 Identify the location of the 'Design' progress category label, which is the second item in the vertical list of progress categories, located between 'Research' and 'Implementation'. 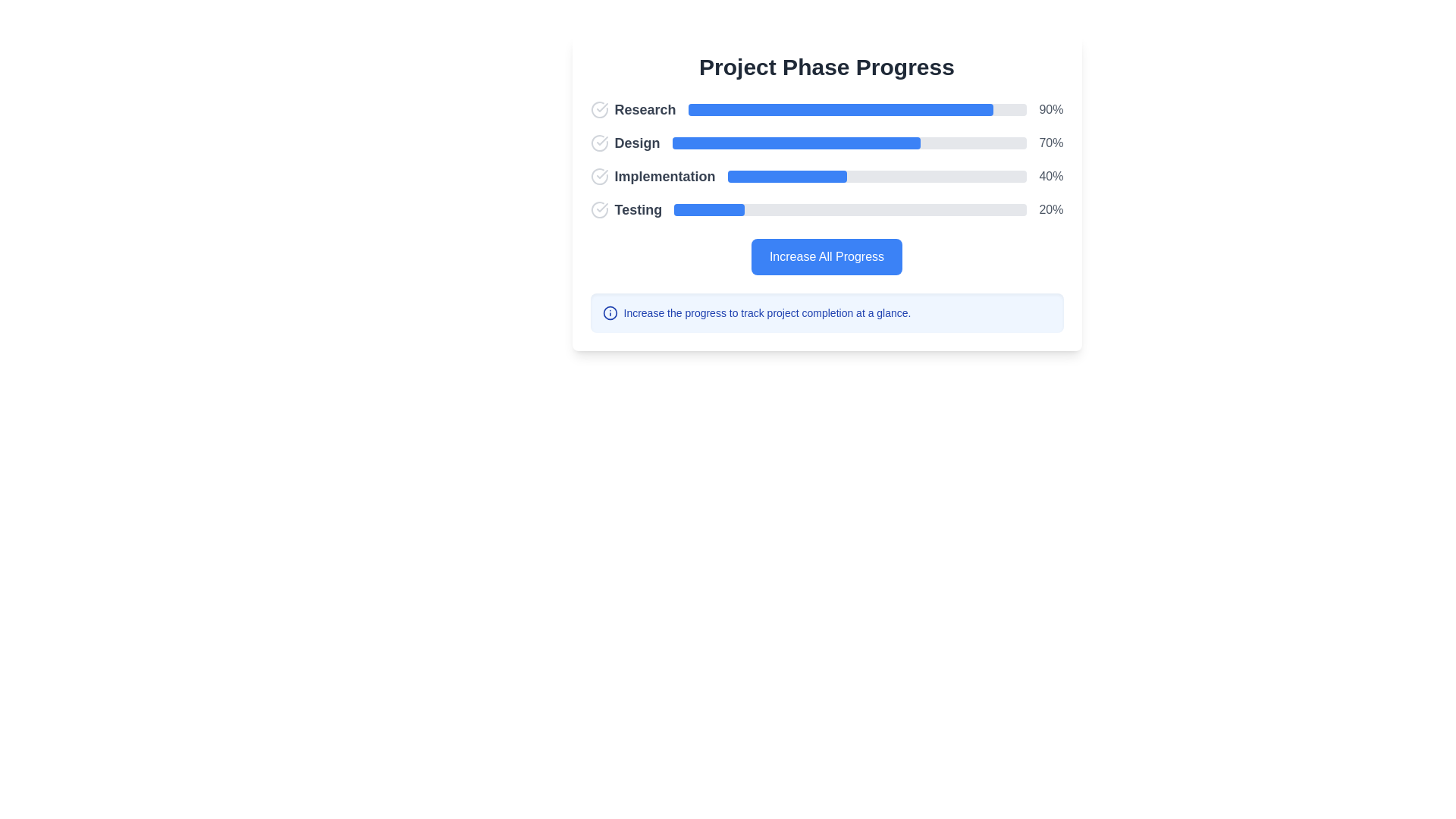
(625, 143).